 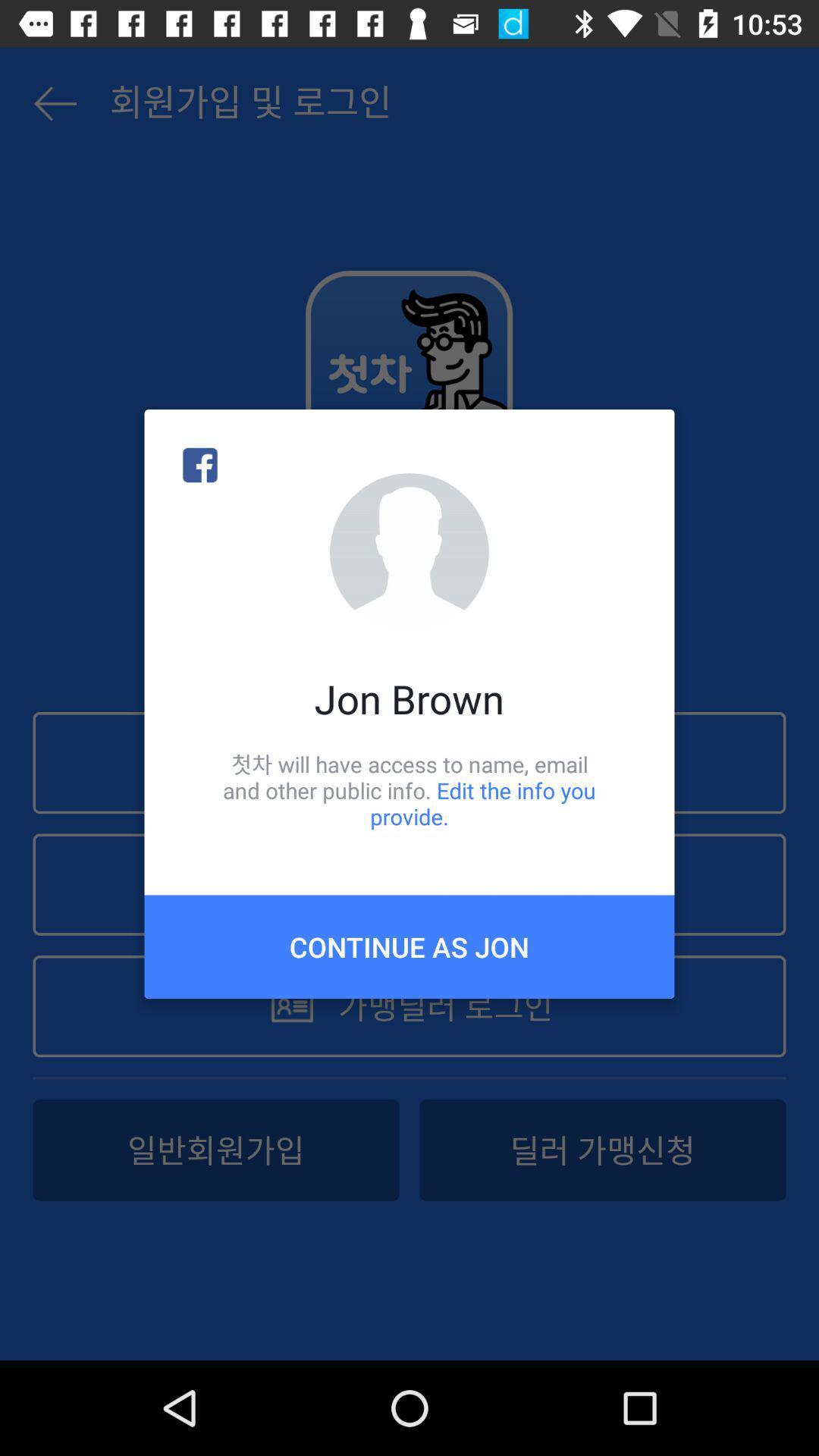 What do you see at coordinates (409, 946) in the screenshot?
I see `the continue as jon` at bounding box center [409, 946].